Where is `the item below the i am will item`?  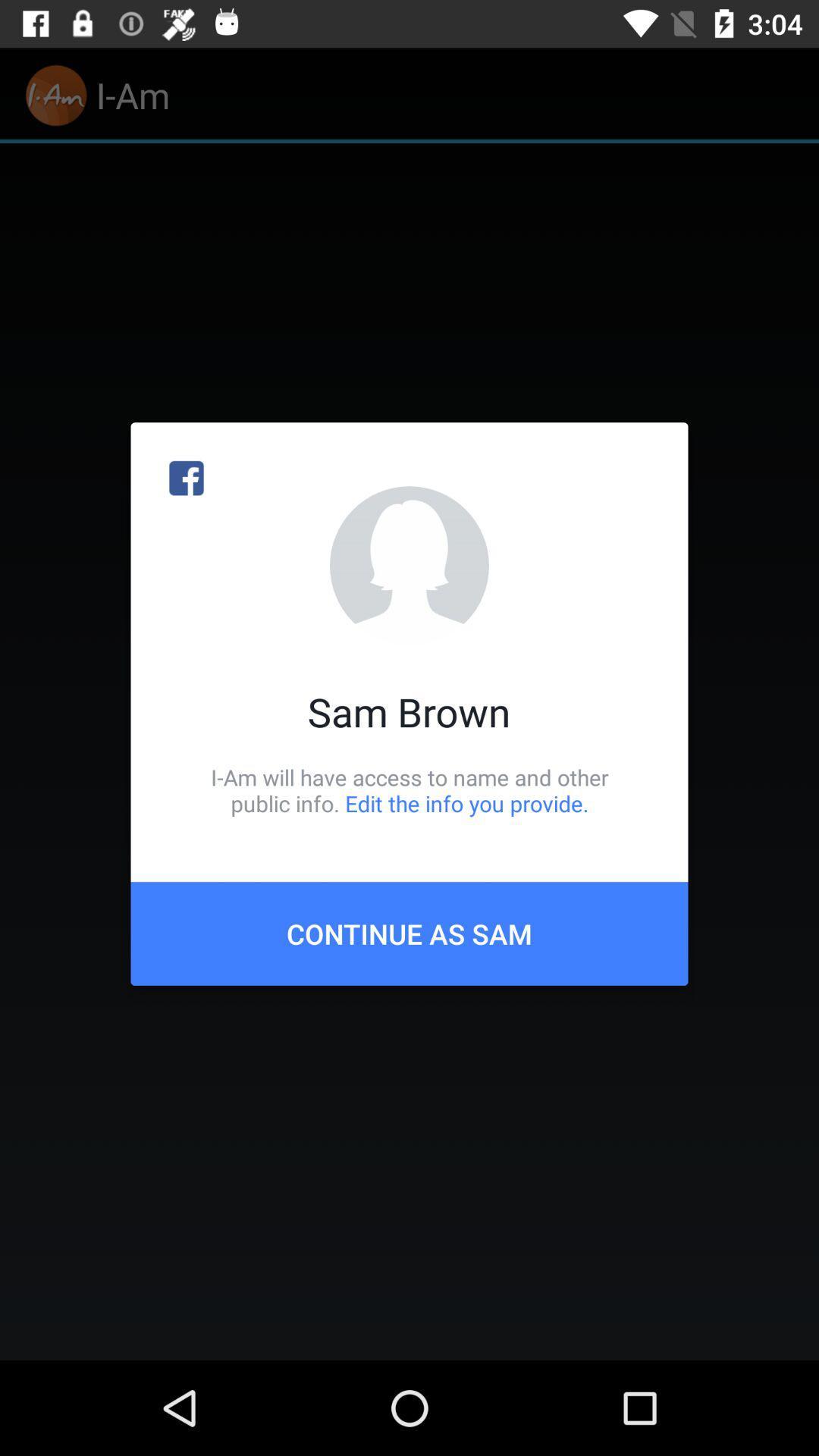 the item below the i am will item is located at coordinates (409, 933).